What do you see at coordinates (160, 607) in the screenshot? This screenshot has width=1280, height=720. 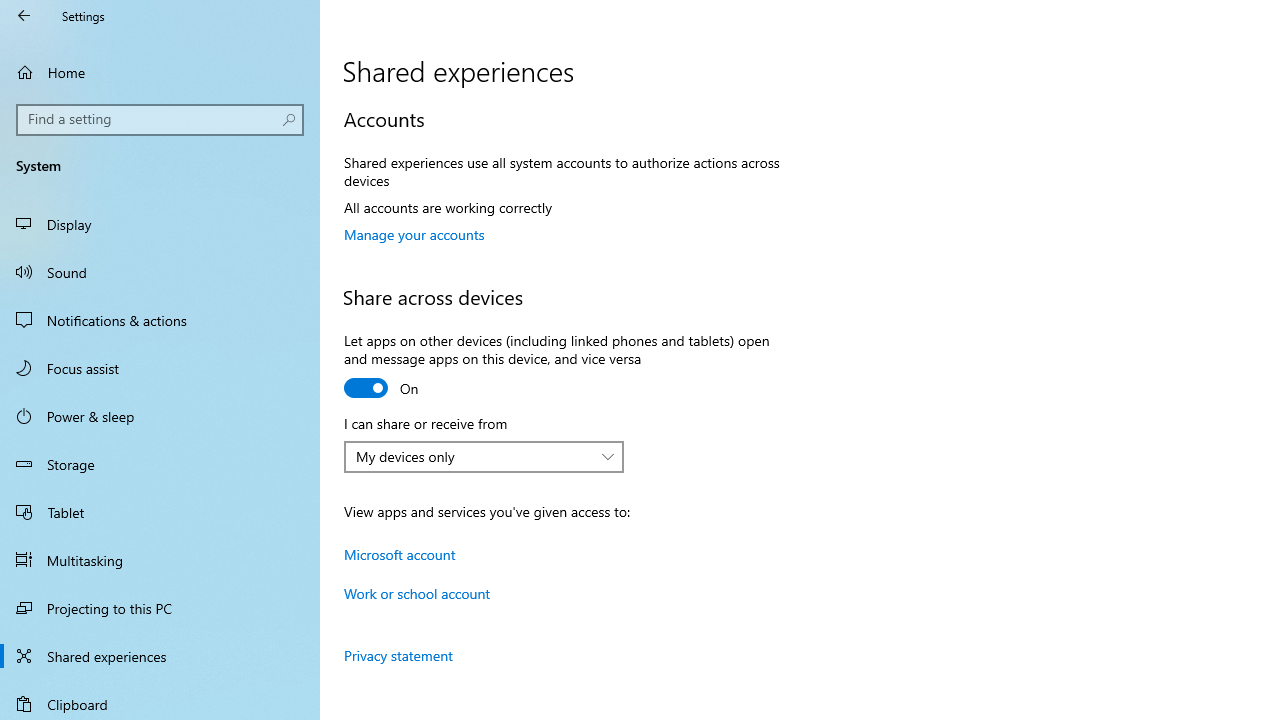 I see `'Projecting to this PC'` at bounding box center [160, 607].